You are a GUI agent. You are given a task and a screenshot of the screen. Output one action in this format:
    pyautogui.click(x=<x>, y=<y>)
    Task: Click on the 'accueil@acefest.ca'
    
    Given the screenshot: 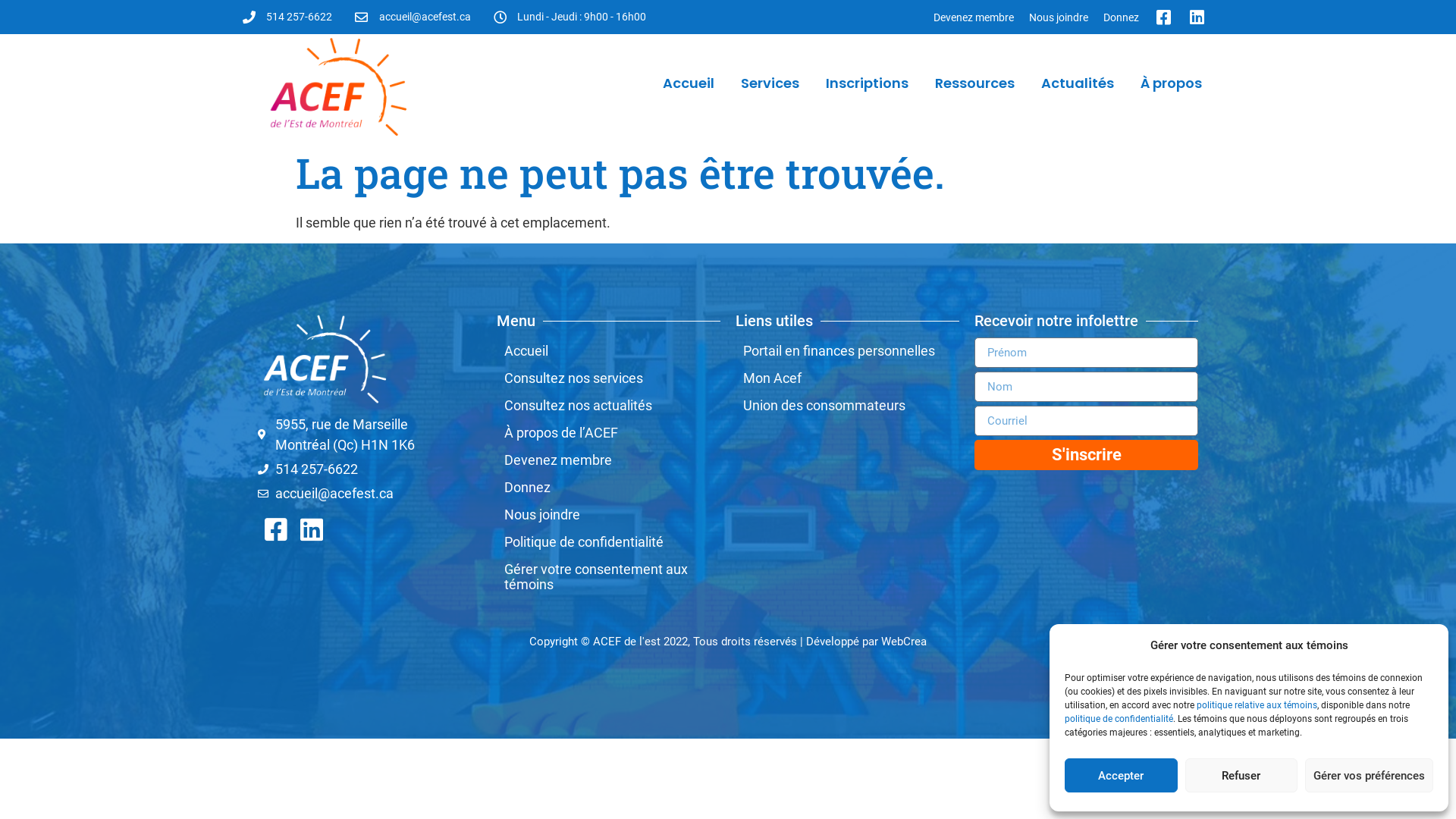 What is the action you would take?
    pyautogui.click(x=369, y=493)
    